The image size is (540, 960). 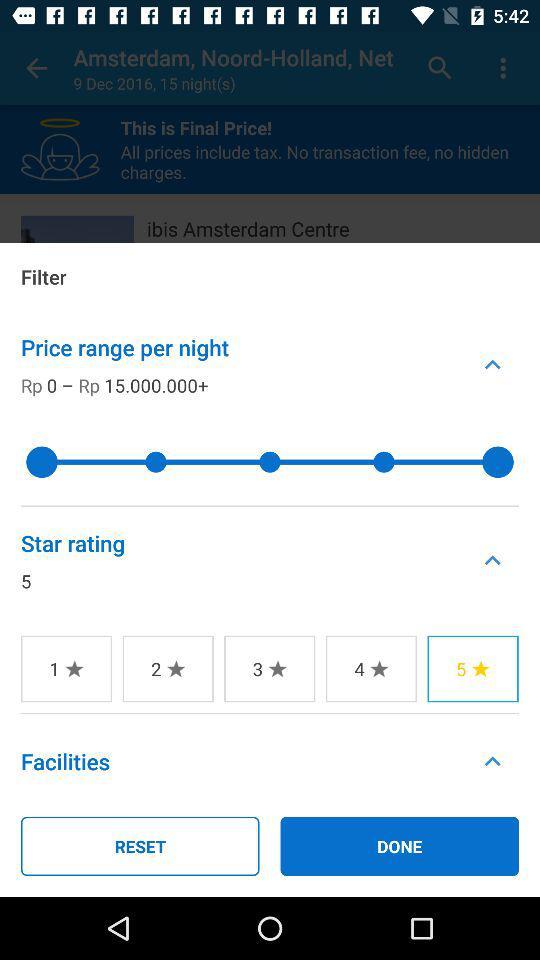 What do you see at coordinates (399, 845) in the screenshot?
I see `done` at bounding box center [399, 845].